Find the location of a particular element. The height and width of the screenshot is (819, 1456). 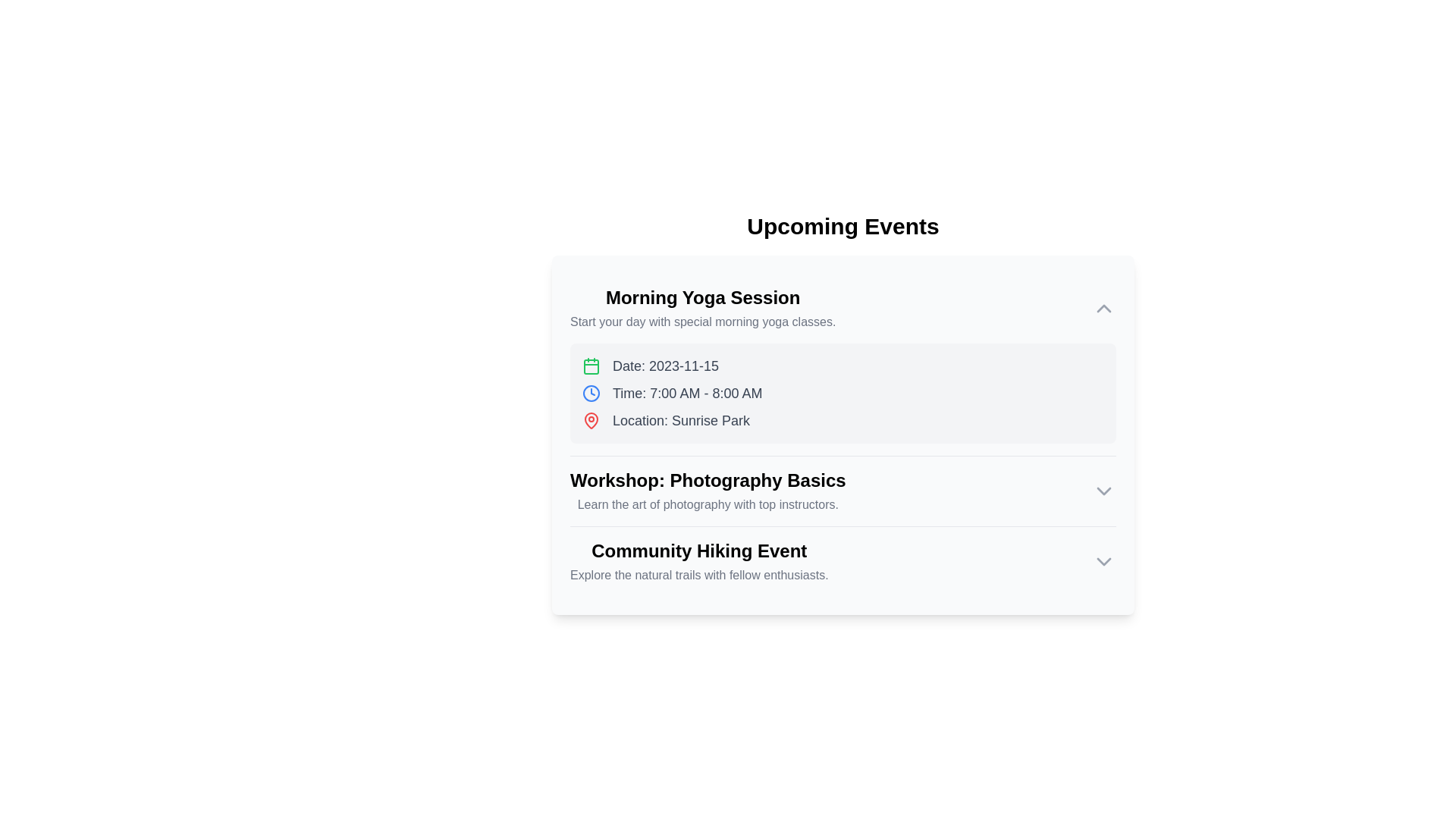

the static text displaying 'Location: Sunrise Park', which is aligned horizontally next to a red map pin icon in the 'Morning Yoga Session' section is located at coordinates (680, 421).